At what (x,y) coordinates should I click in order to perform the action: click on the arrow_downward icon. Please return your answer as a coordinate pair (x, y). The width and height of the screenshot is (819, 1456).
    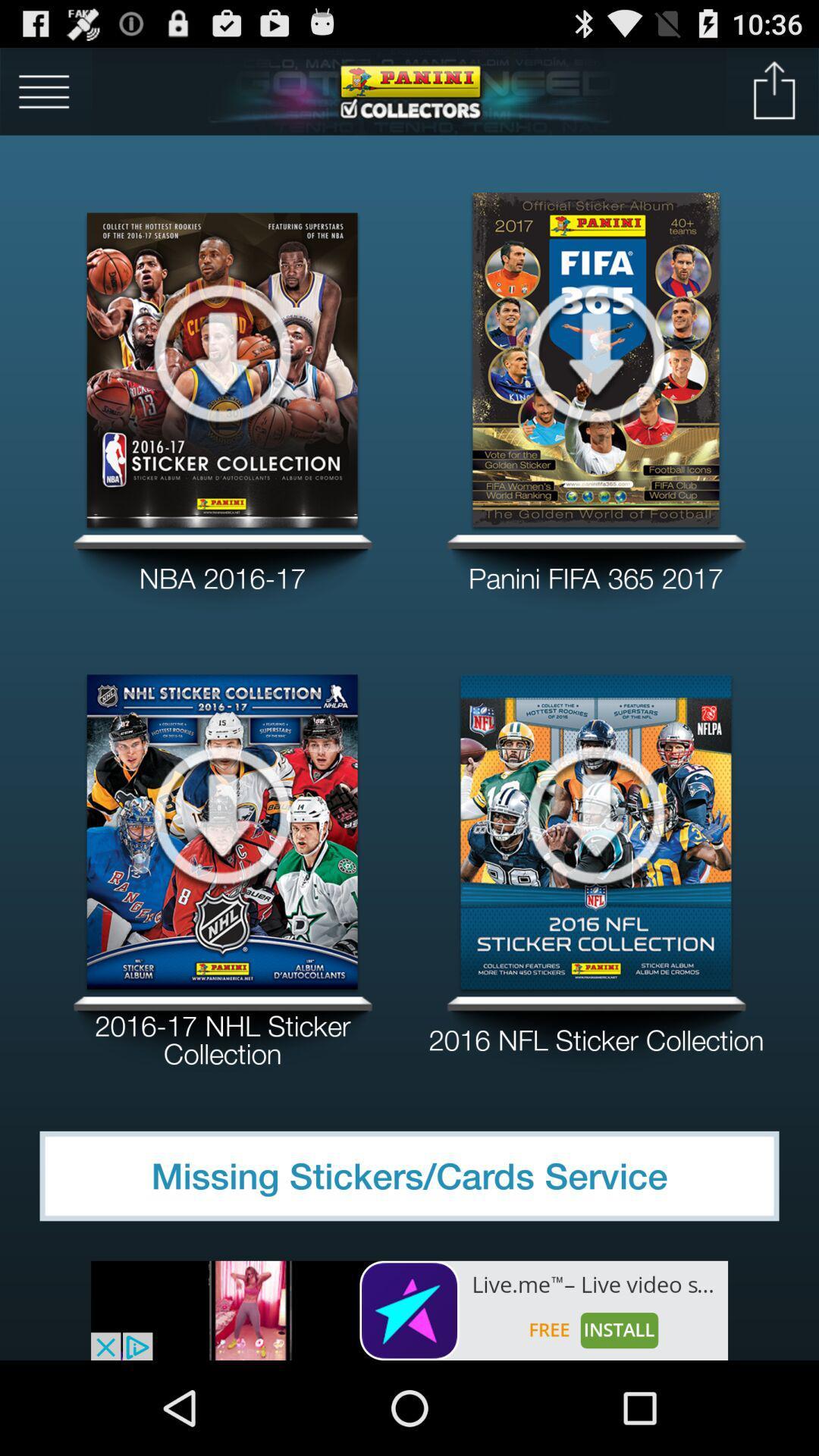
    Looking at the image, I should click on (222, 871).